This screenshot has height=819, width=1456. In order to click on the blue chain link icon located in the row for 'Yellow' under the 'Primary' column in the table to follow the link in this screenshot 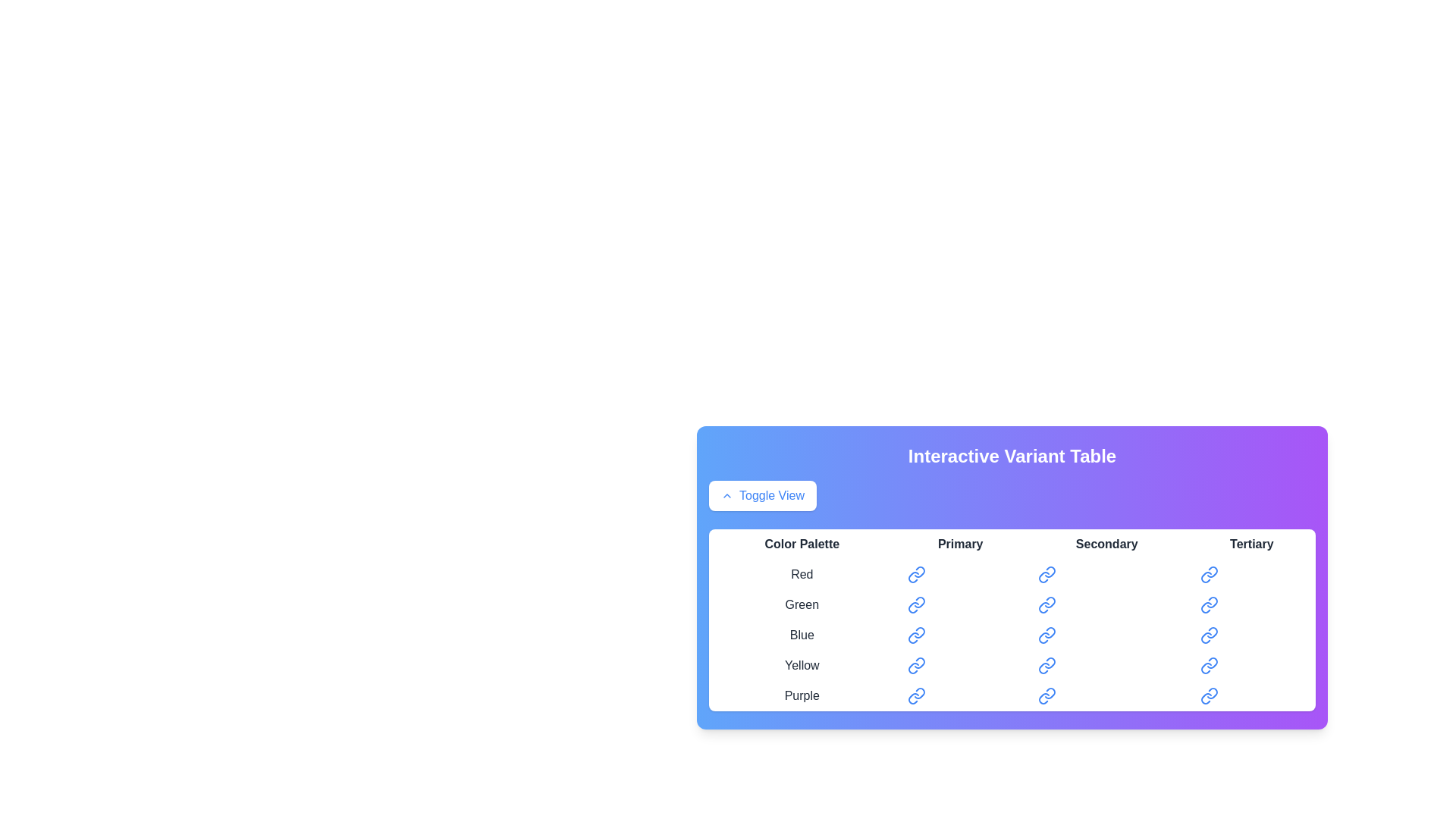, I will do `click(912, 667)`.